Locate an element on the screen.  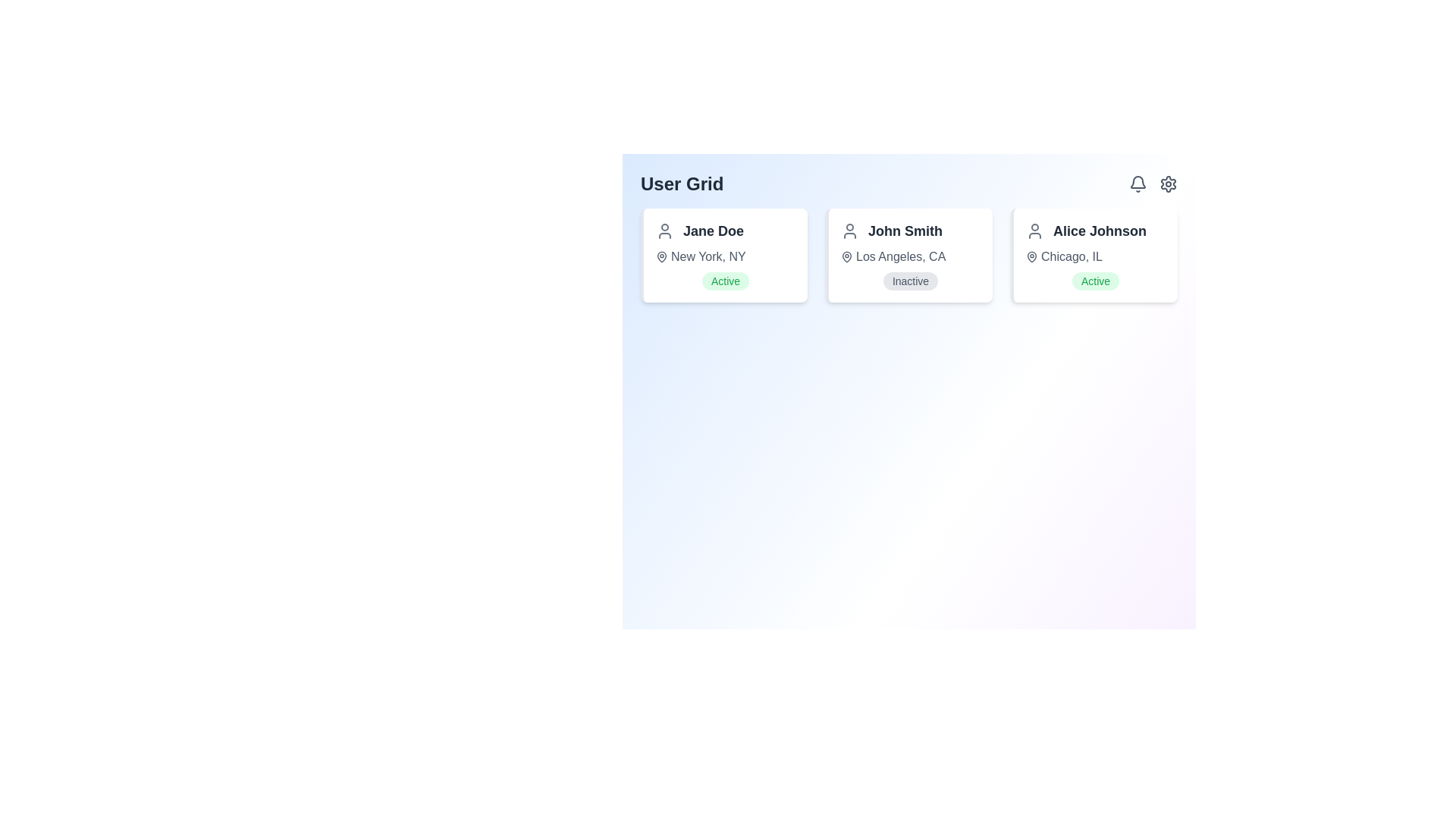
the Location display element indicating 'Chicago, IL' within the card titled 'Alice Johnson' is located at coordinates (1095, 256).